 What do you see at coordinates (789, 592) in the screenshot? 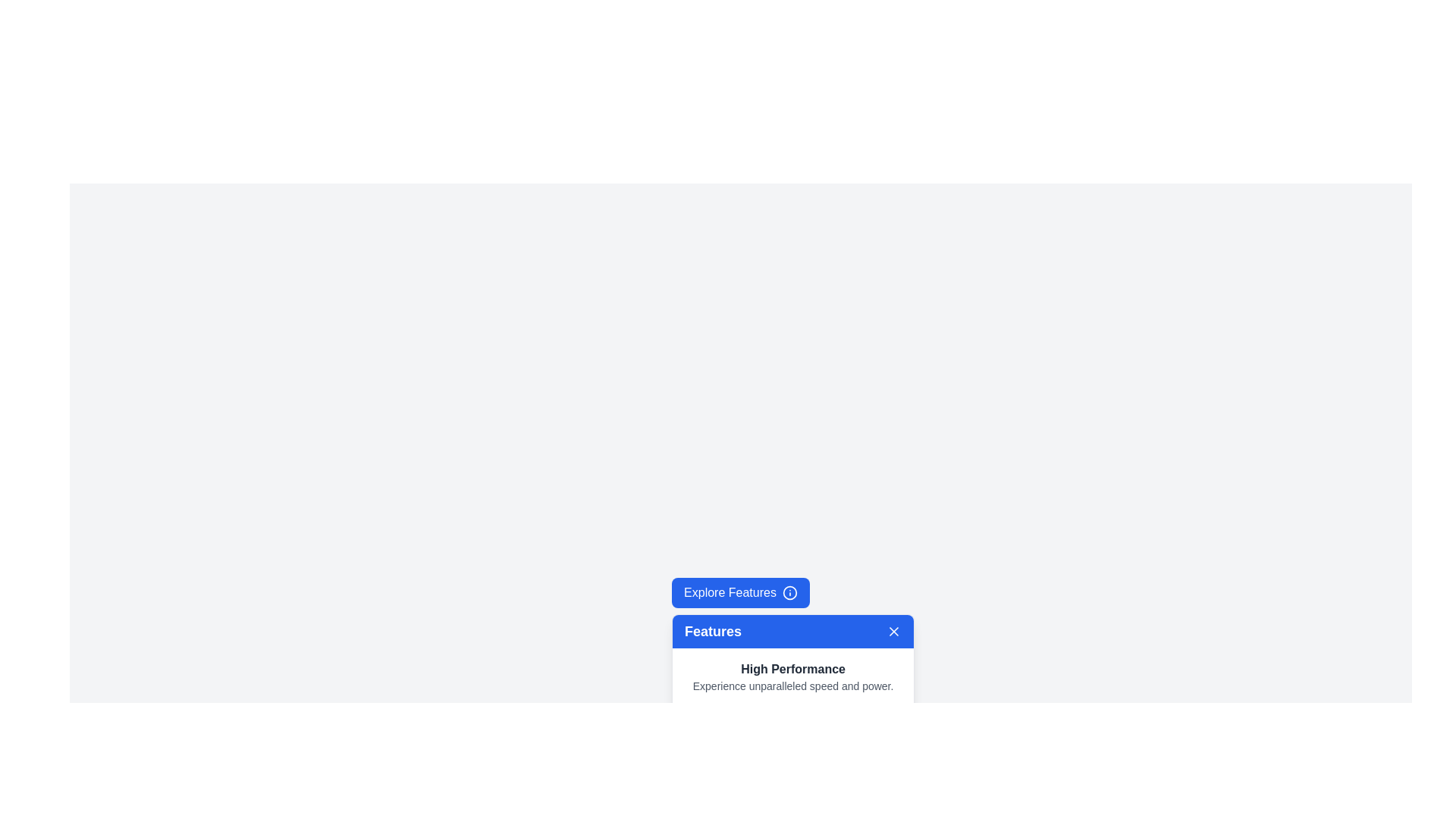
I see `the info icon located on the right side of the text label within the 'Explore Features' button at the top of the 'Features' section` at bounding box center [789, 592].